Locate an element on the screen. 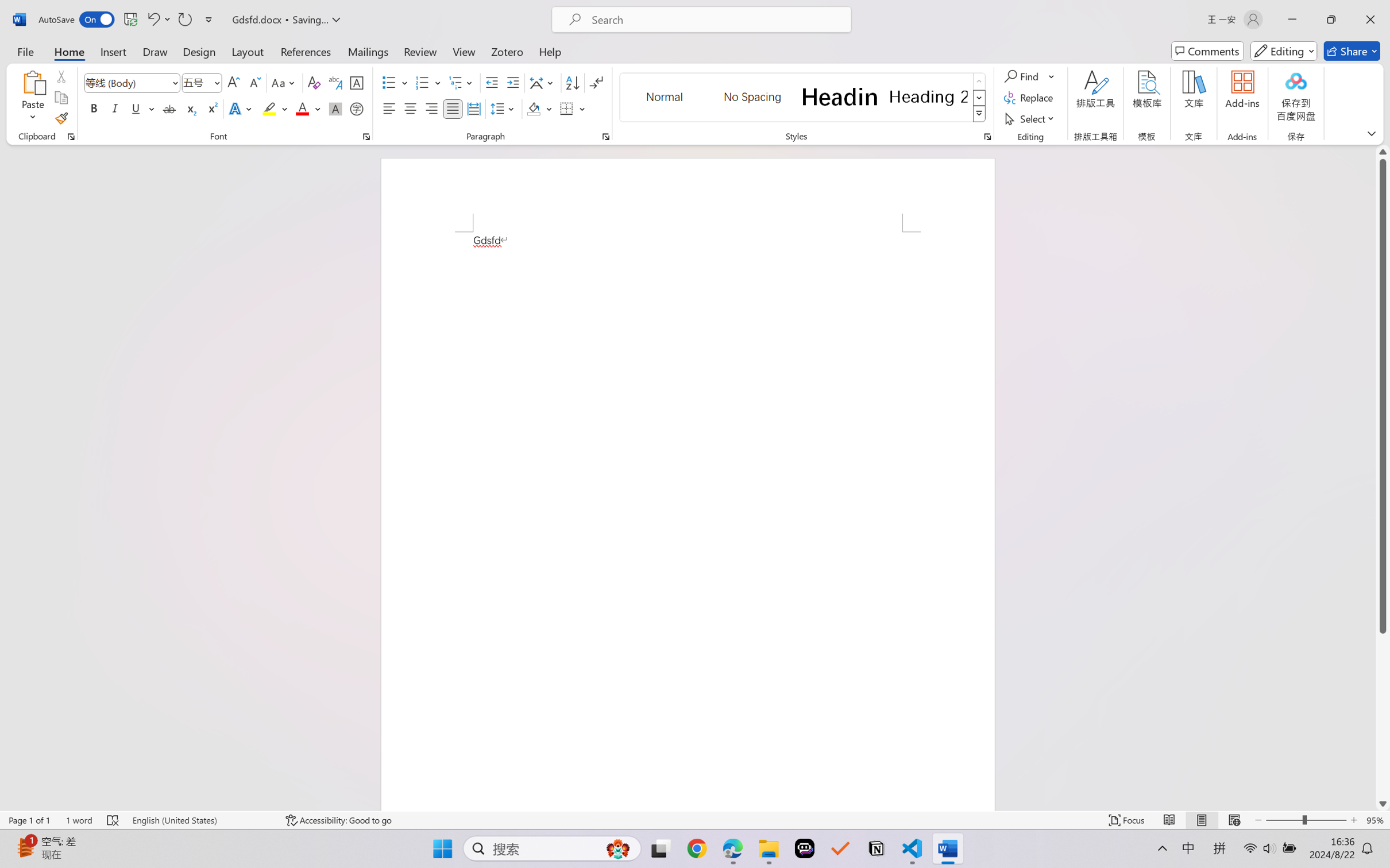  'Subscript' is located at coordinates (190, 108).